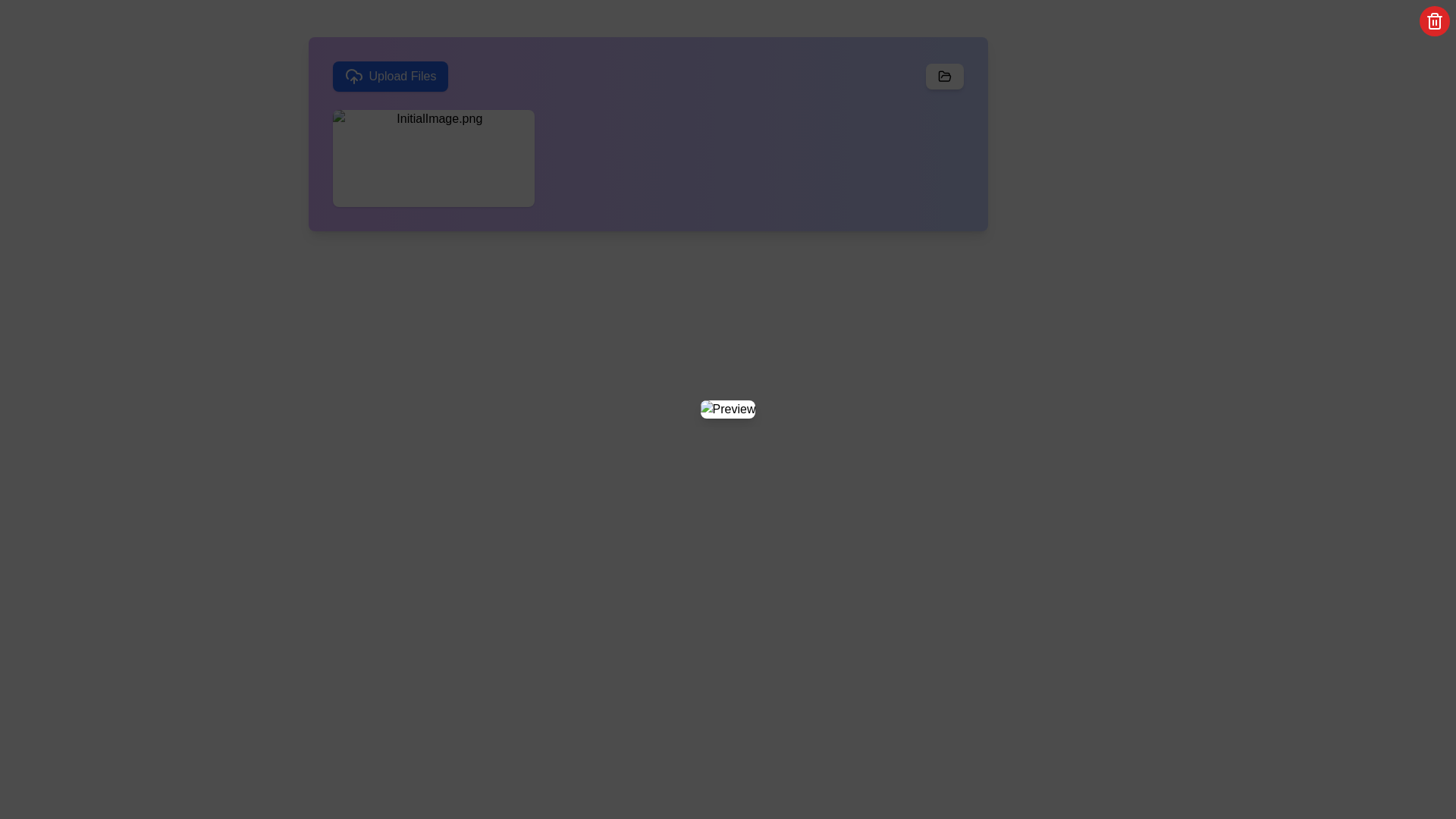  What do you see at coordinates (353, 76) in the screenshot?
I see `the upload icon located on the left side of the 'Upload Files' button, which has a blue background and white text` at bounding box center [353, 76].